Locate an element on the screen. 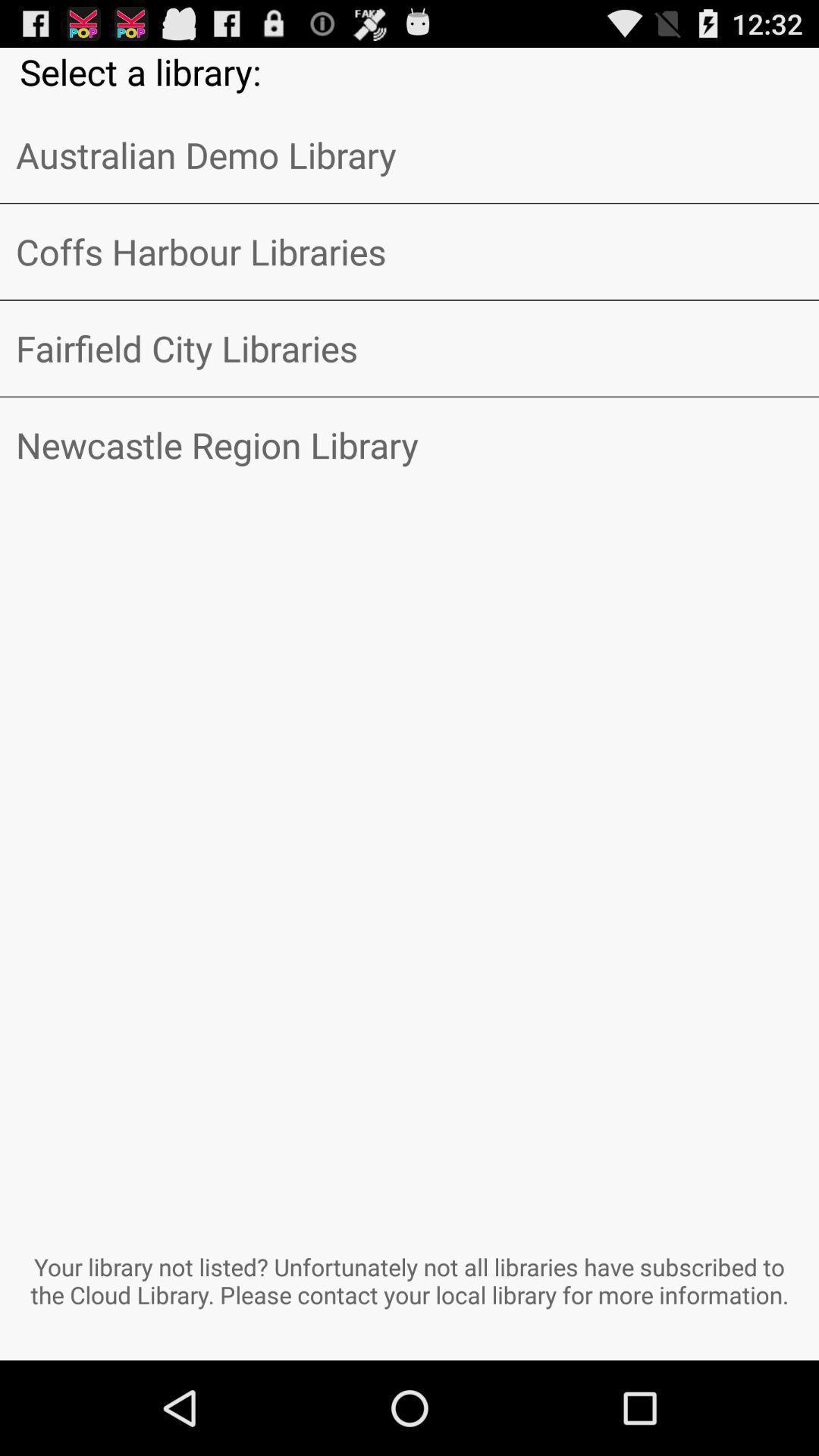  the icon below the fairfield city libraries icon is located at coordinates (409, 444).